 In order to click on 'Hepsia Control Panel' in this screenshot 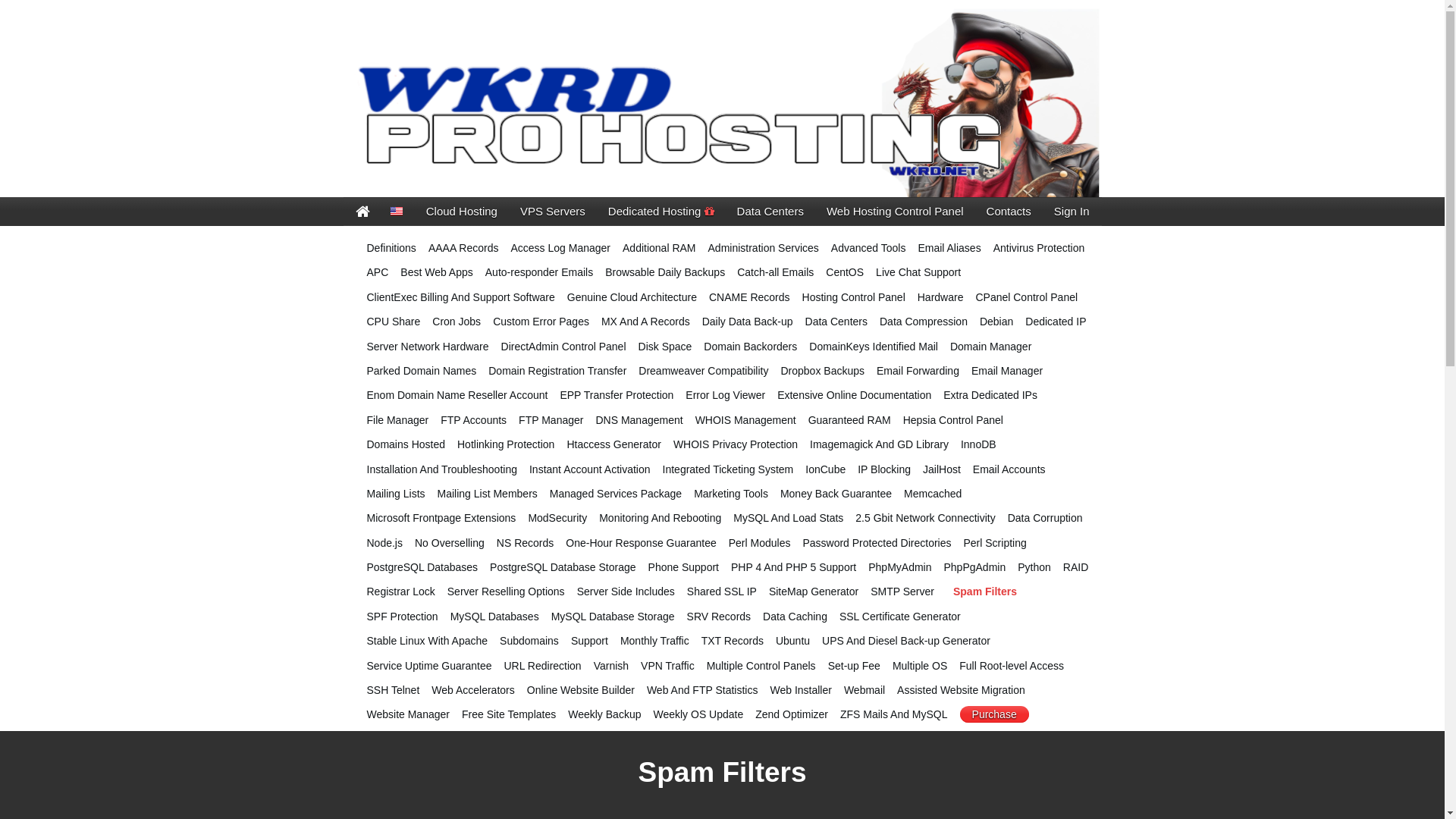, I will do `click(902, 420)`.